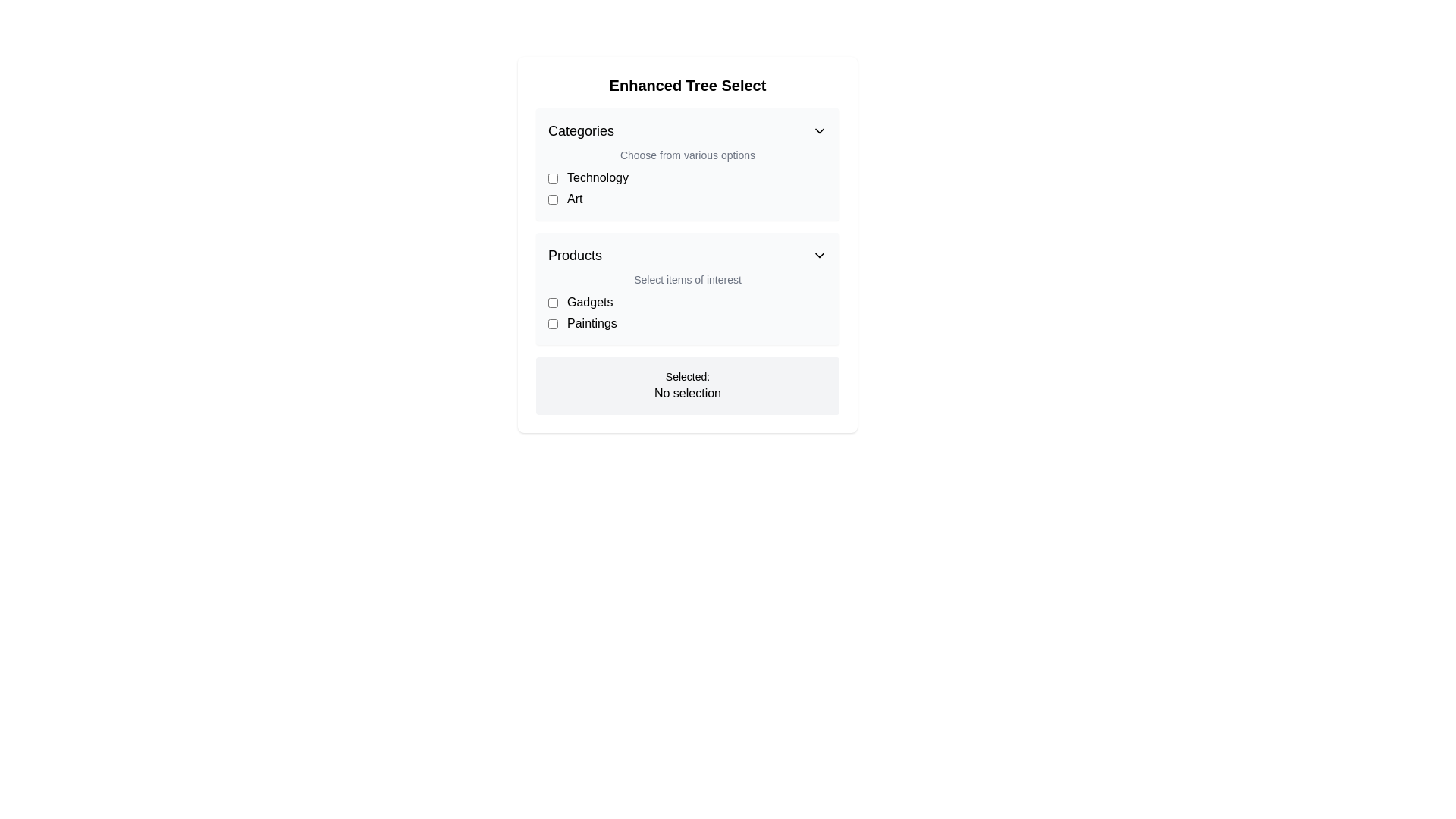  What do you see at coordinates (574, 254) in the screenshot?
I see `the 'Products' label at the top-left of the dropdown section, which is indicated by the bold text and chevron icon to its right` at bounding box center [574, 254].